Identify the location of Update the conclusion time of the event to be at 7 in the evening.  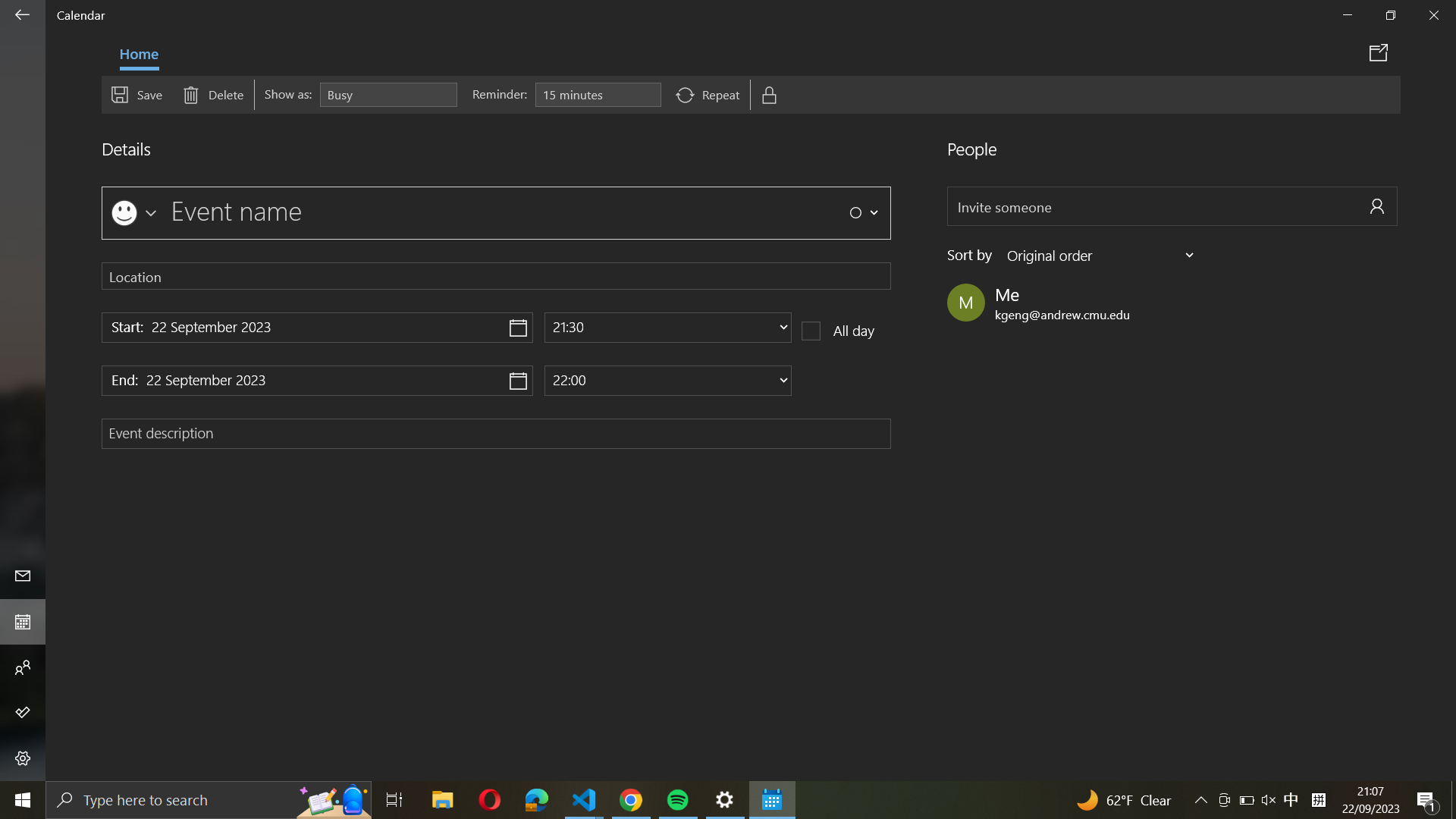
(667, 379).